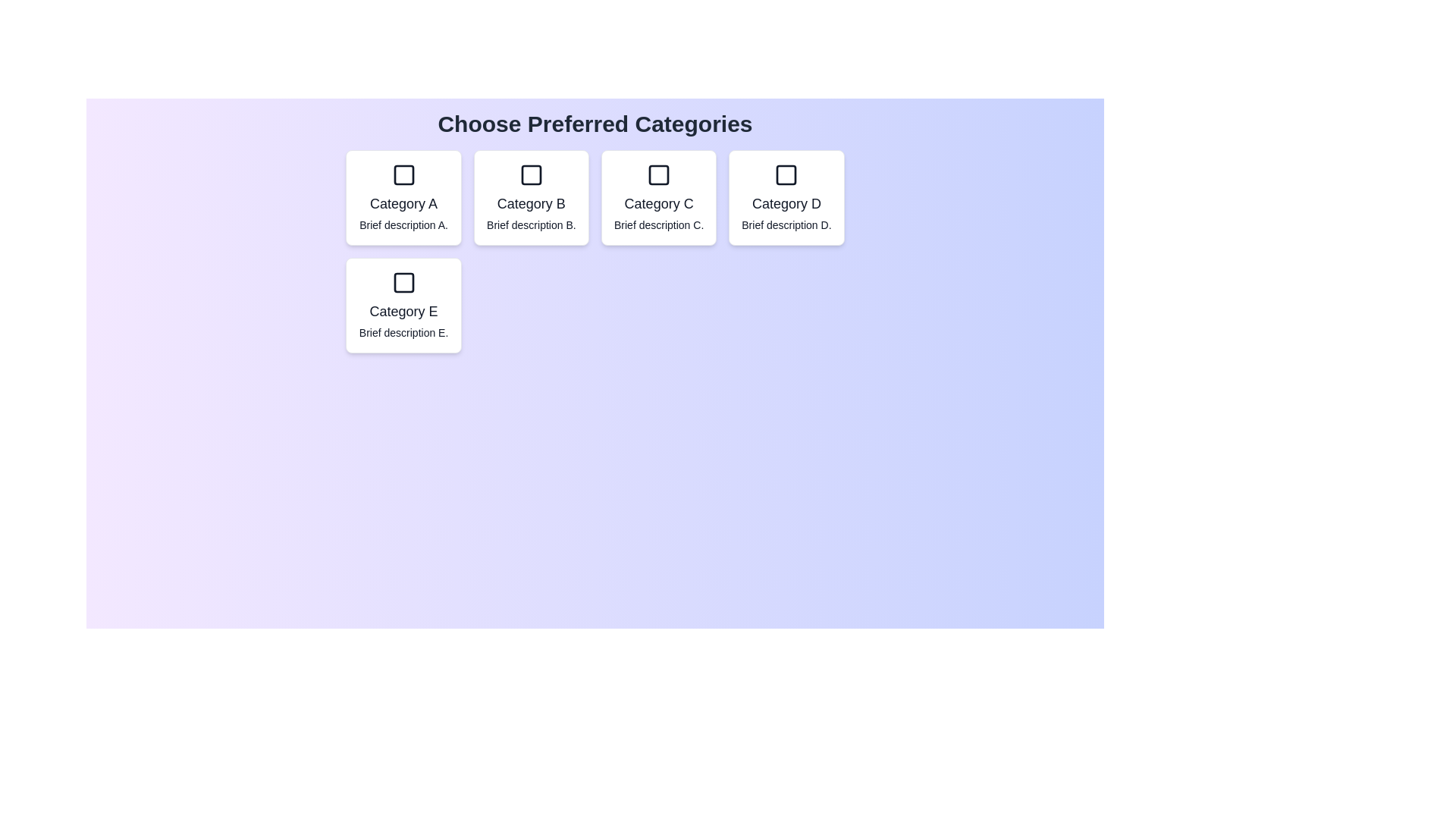  What do you see at coordinates (658, 197) in the screenshot?
I see `the category Category C by clicking on its corresponding card` at bounding box center [658, 197].